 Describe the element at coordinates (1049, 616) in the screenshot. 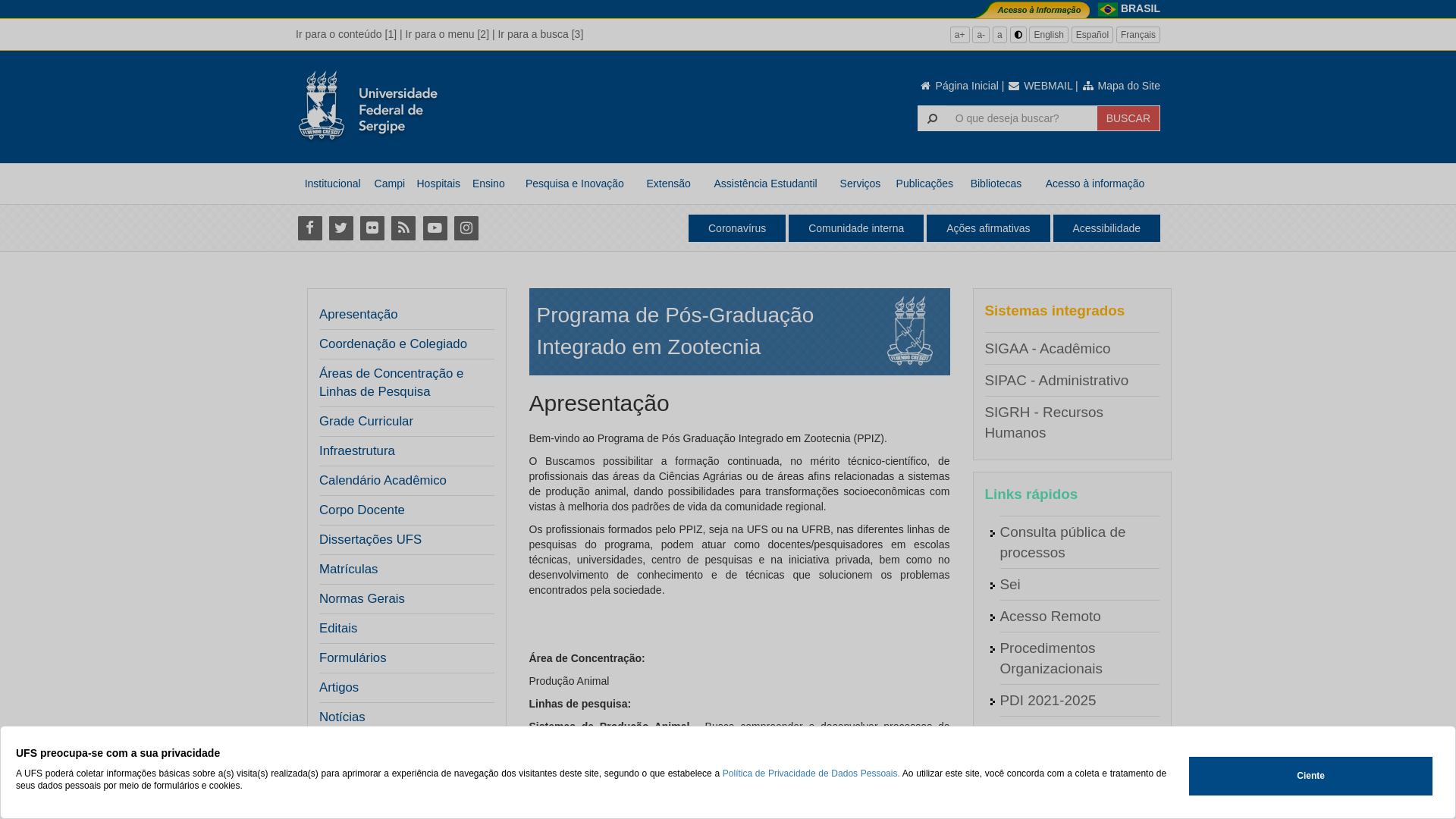

I see `'Acesso Remoto'` at that location.